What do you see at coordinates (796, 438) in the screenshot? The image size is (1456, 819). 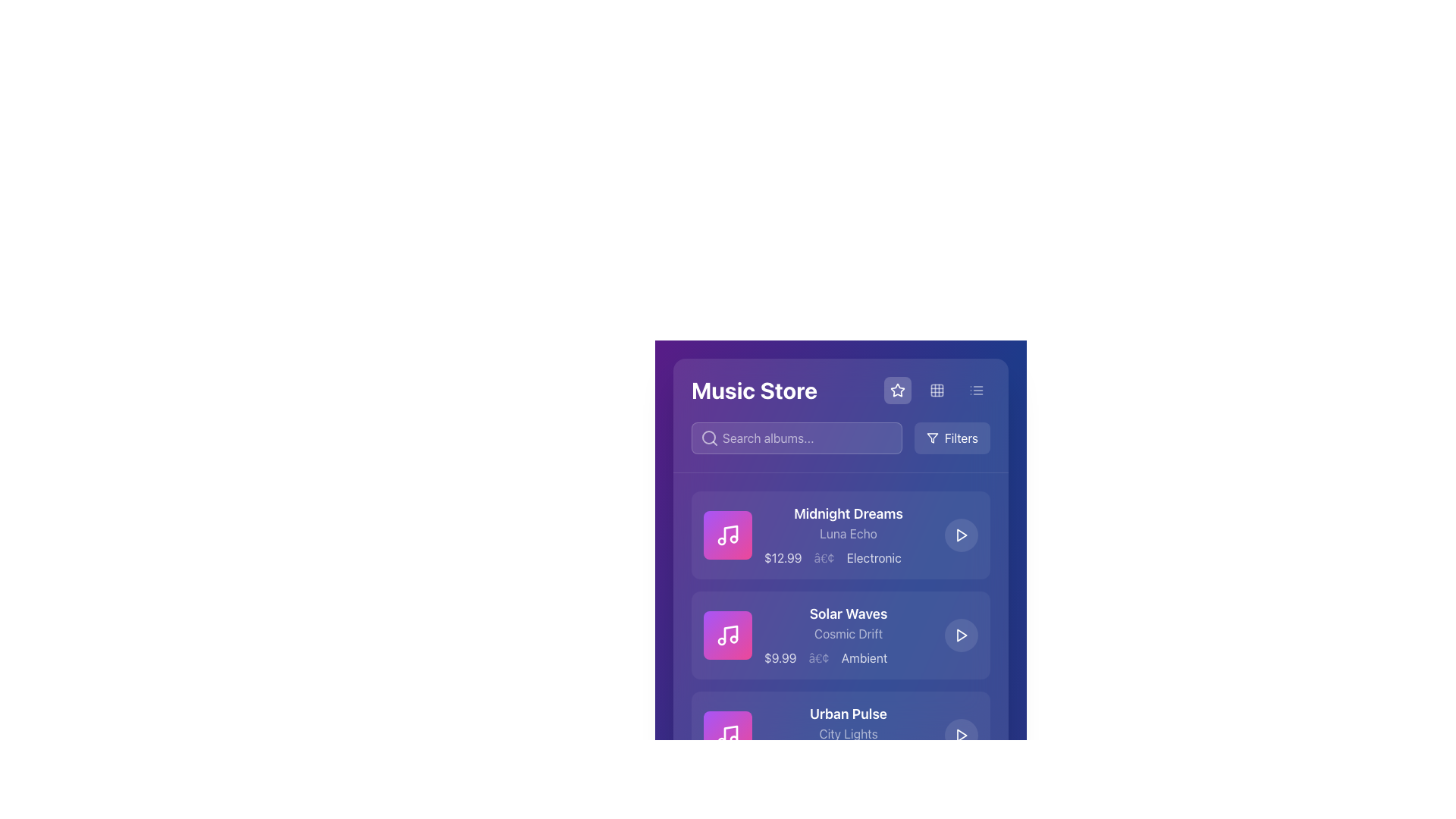 I see `the search input field with the placeholder 'Search albums...' to focus and start typing a query` at bounding box center [796, 438].